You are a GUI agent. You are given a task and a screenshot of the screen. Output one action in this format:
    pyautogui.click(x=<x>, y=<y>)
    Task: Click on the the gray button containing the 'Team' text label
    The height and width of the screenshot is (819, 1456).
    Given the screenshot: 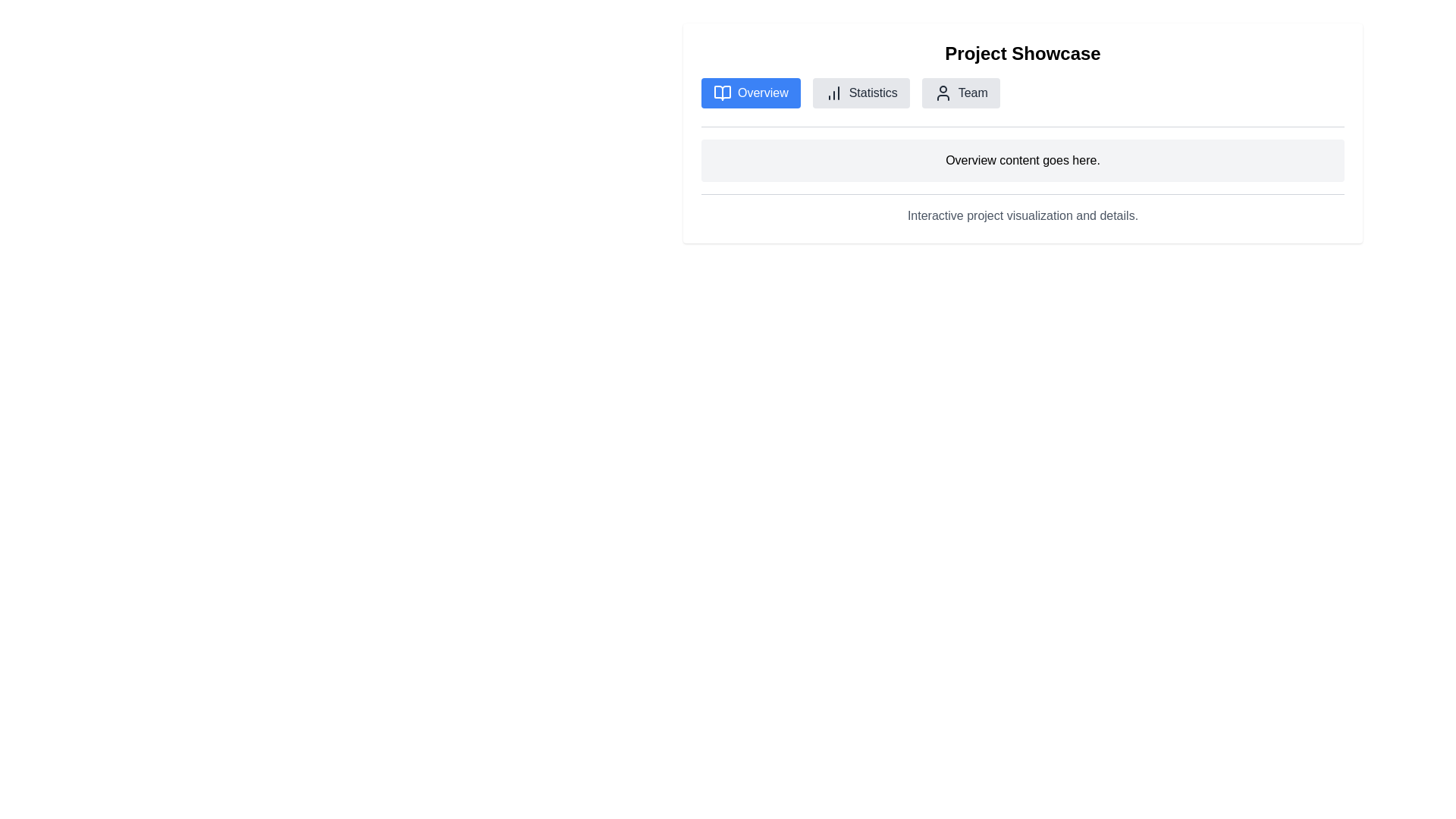 What is the action you would take?
    pyautogui.click(x=973, y=93)
    